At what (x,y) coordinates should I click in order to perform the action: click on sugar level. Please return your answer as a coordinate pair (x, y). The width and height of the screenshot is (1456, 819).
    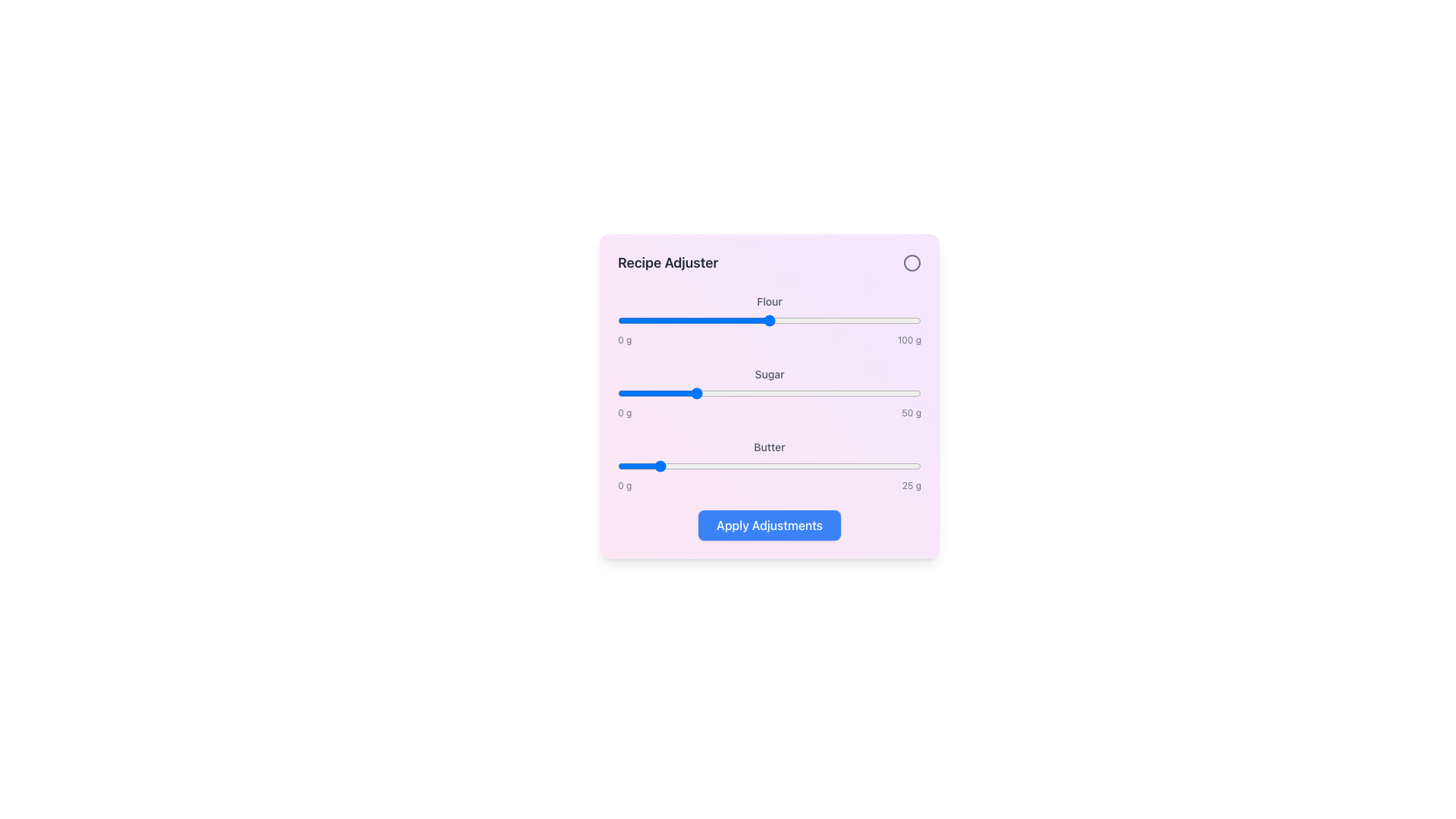
    Looking at the image, I should click on (733, 393).